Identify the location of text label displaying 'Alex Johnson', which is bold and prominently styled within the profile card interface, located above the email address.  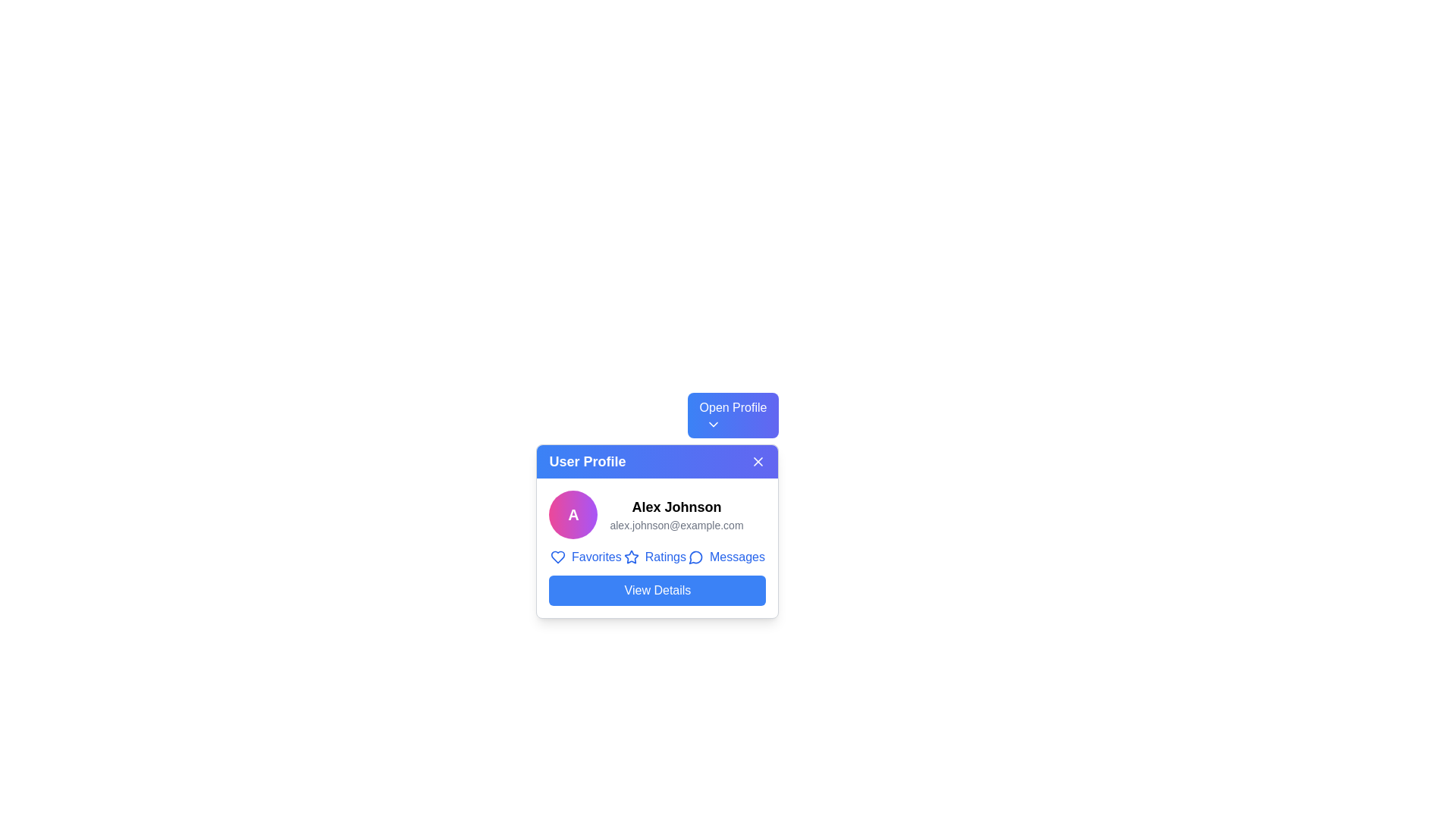
(676, 507).